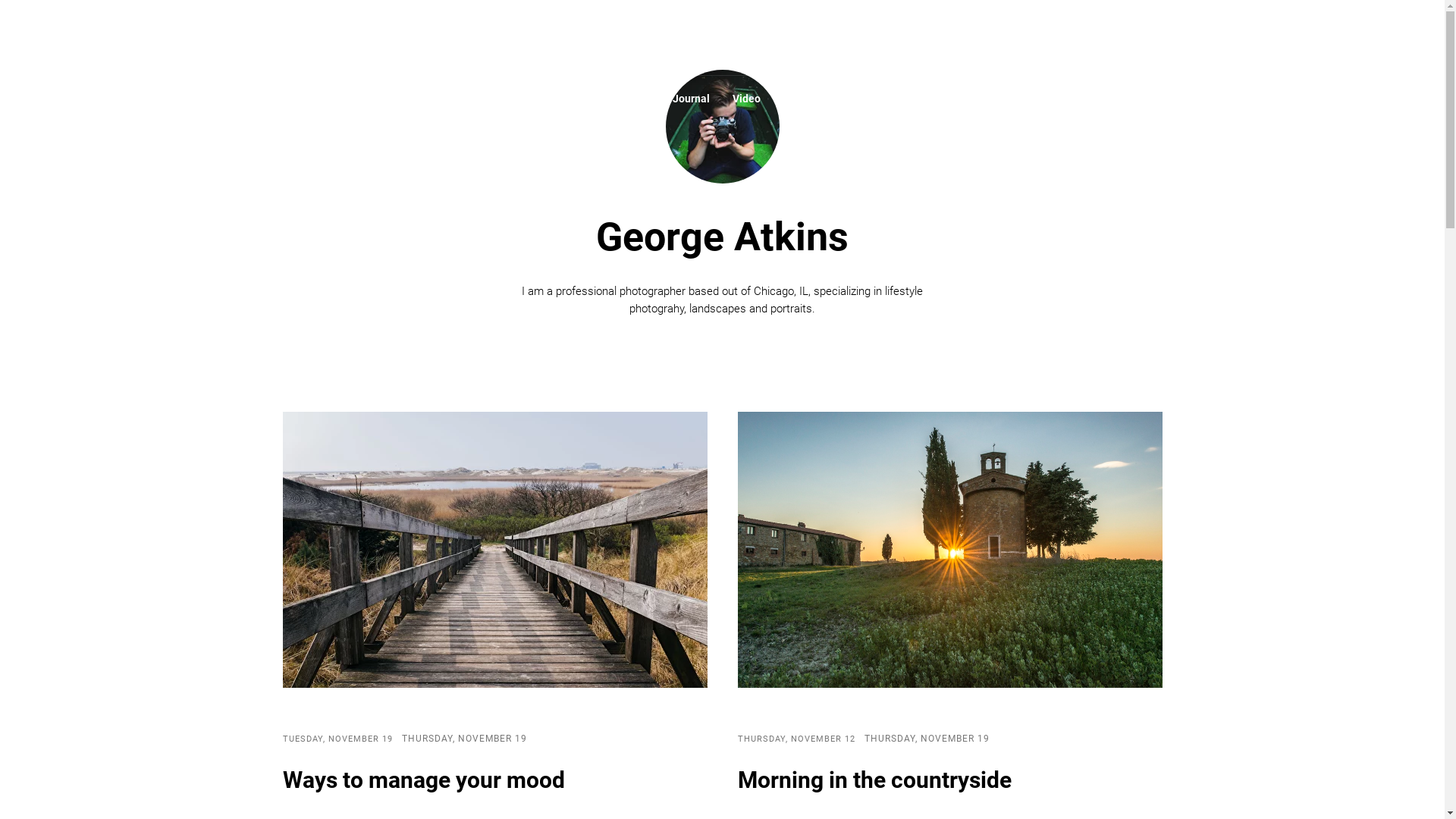 The image size is (1456, 819). I want to click on 'SUPPORT', so click(1312, 37).